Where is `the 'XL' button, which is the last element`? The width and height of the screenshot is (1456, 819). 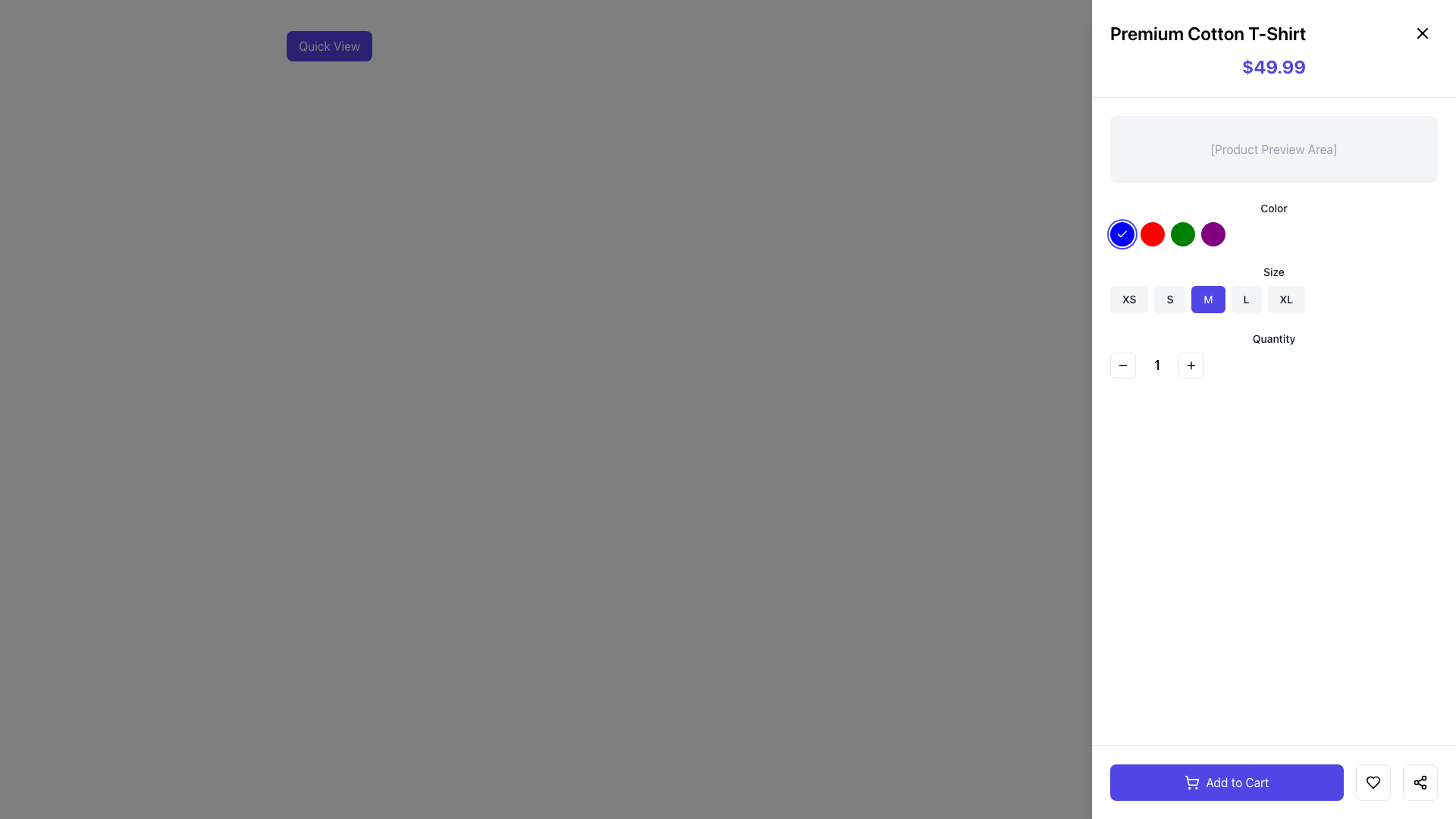
the 'XL' button, which is the last element is located at coordinates (1285, 299).